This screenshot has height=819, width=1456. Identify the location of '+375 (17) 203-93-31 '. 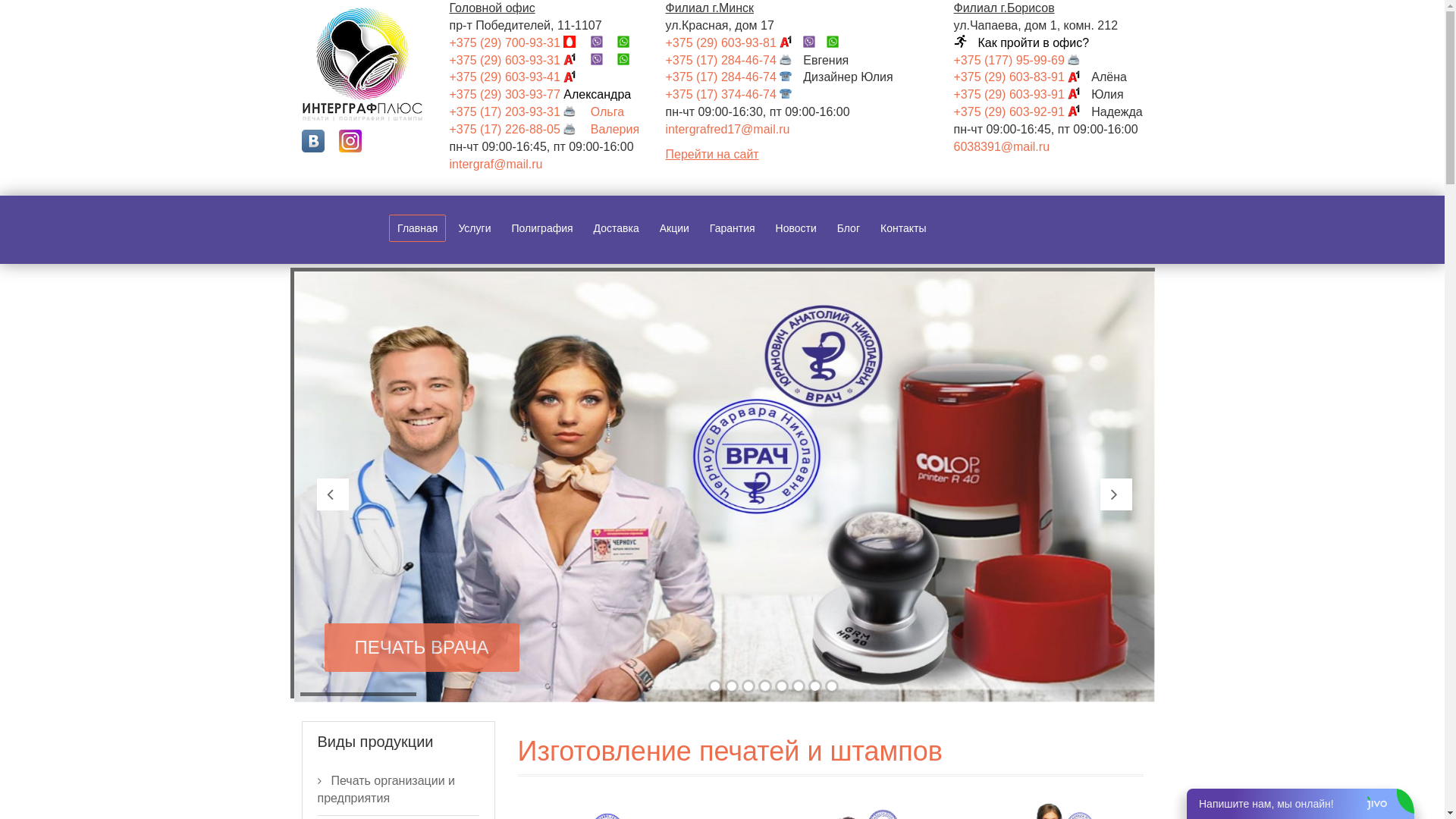
(517, 111).